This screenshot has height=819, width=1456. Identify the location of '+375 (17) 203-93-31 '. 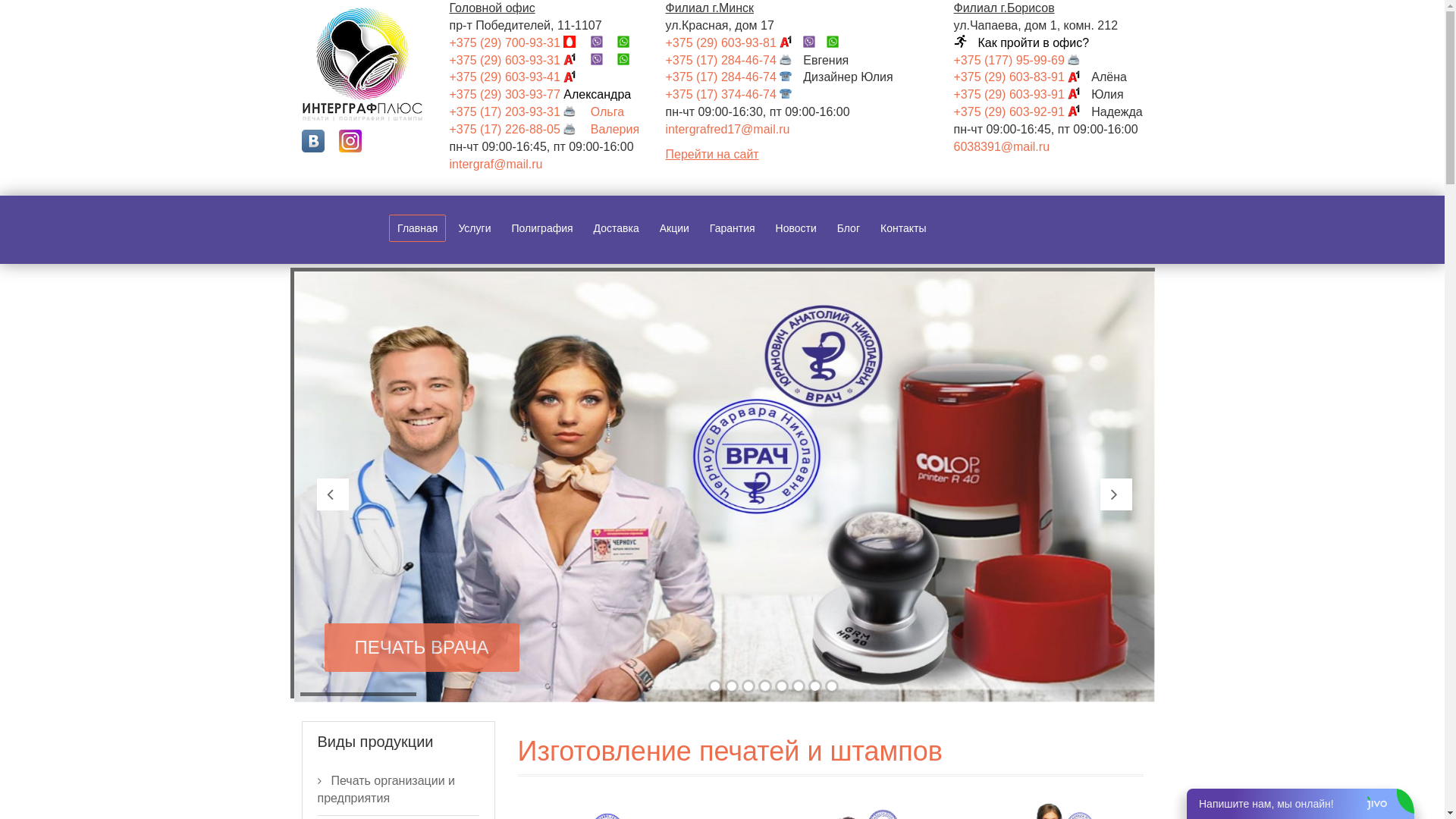
(517, 111).